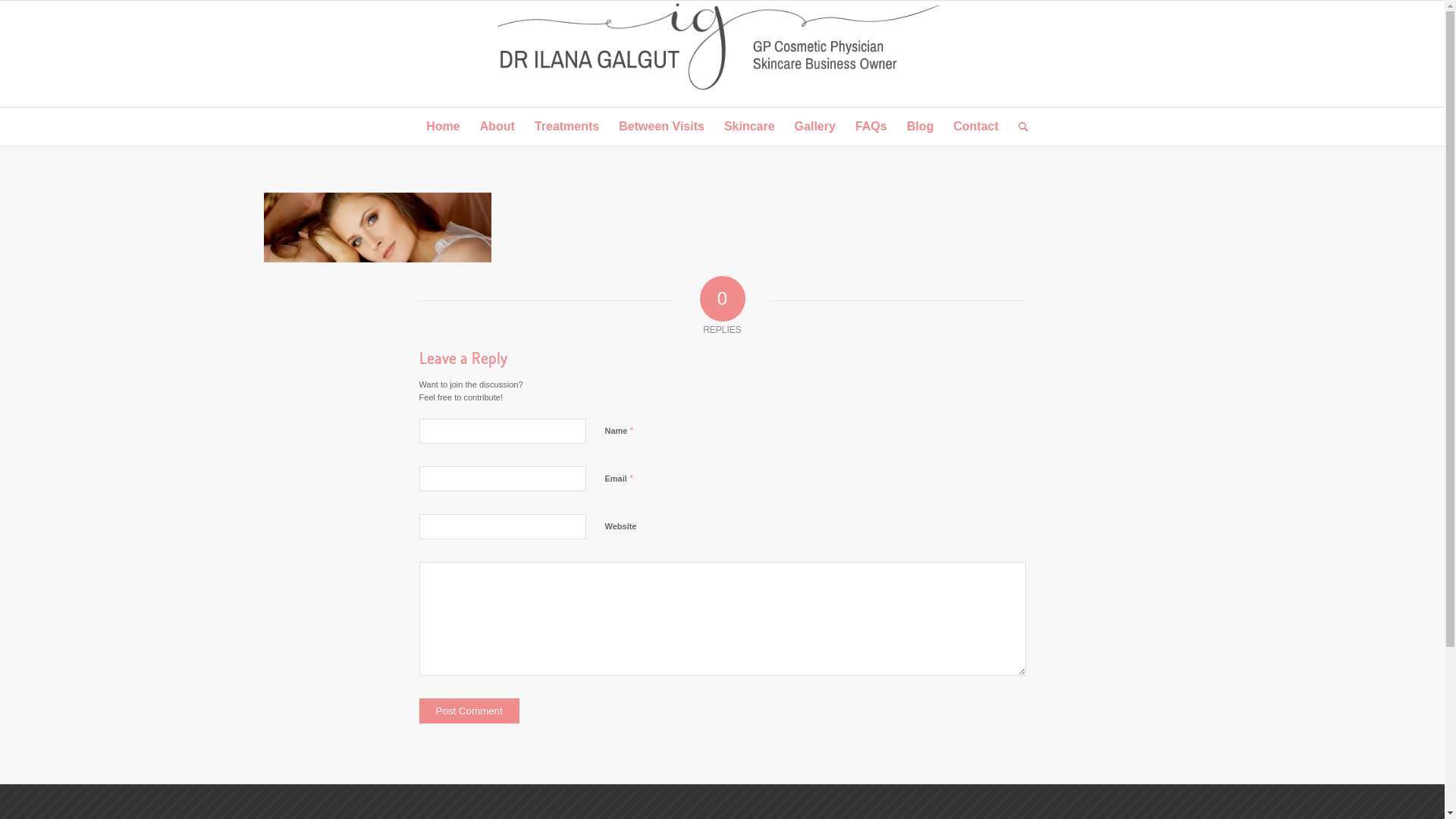 Image resolution: width=1456 pixels, height=819 pixels. What do you see at coordinates (871, 125) in the screenshot?
I see `'FAQs'` at bounding box center [871, 125].